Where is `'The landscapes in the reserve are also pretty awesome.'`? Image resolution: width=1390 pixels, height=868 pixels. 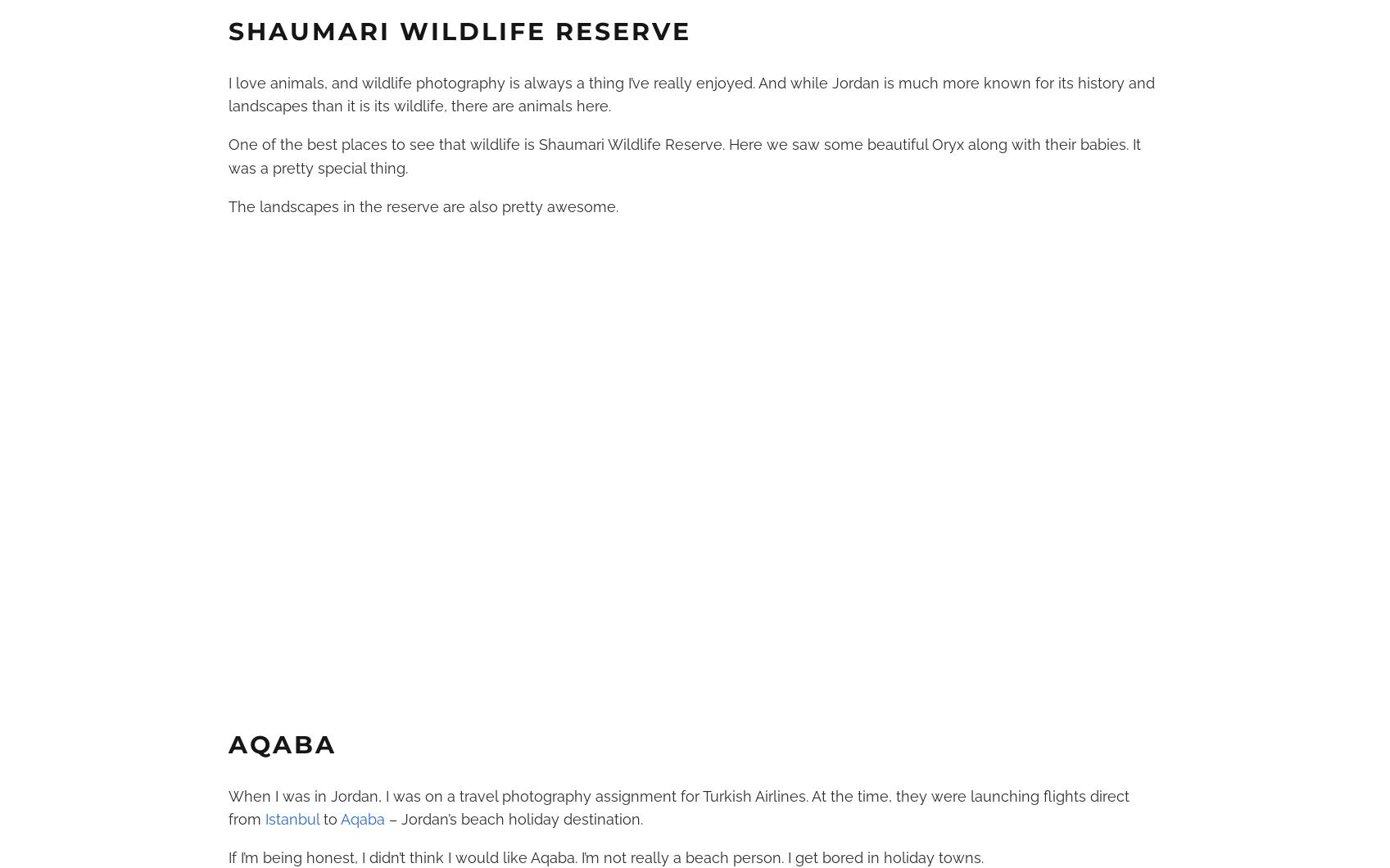 'The landscapes in the reserve are also pretty awesome.' is located at coordinates (423, 205).